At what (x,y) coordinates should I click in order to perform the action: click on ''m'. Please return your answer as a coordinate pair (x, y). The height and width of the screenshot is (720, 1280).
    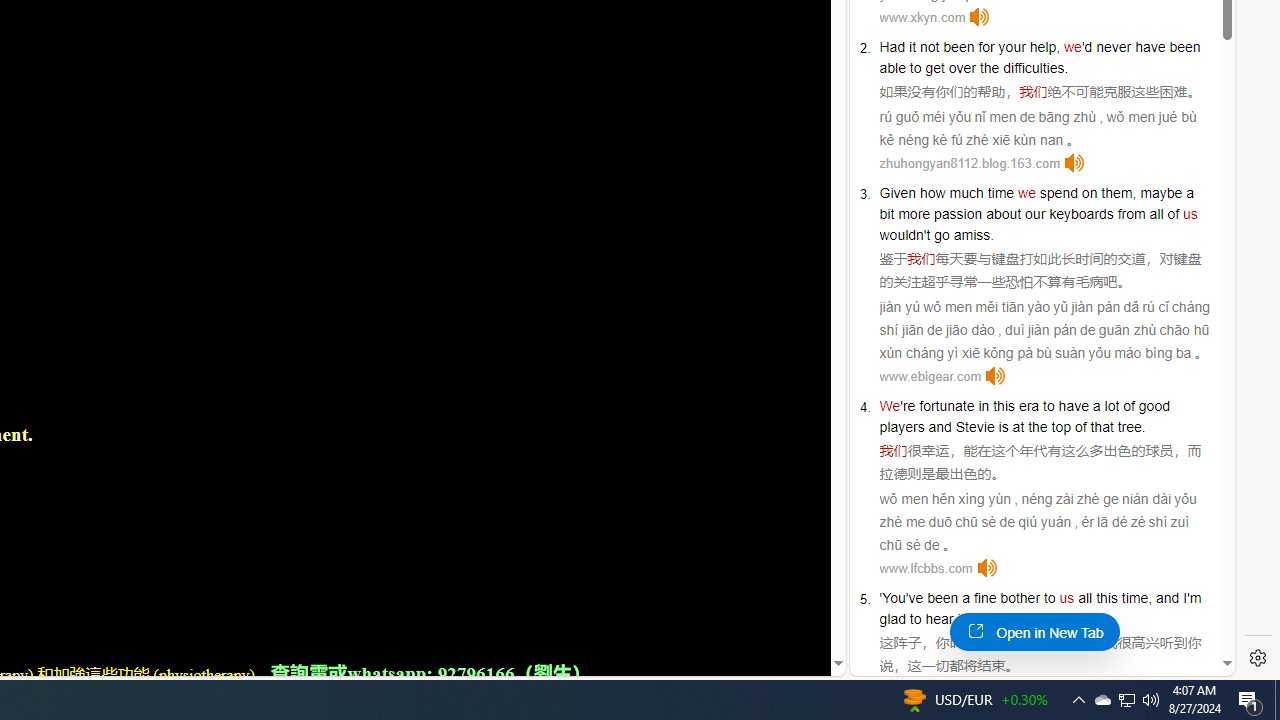
    Looking at the image, I should click on (1194, 596).